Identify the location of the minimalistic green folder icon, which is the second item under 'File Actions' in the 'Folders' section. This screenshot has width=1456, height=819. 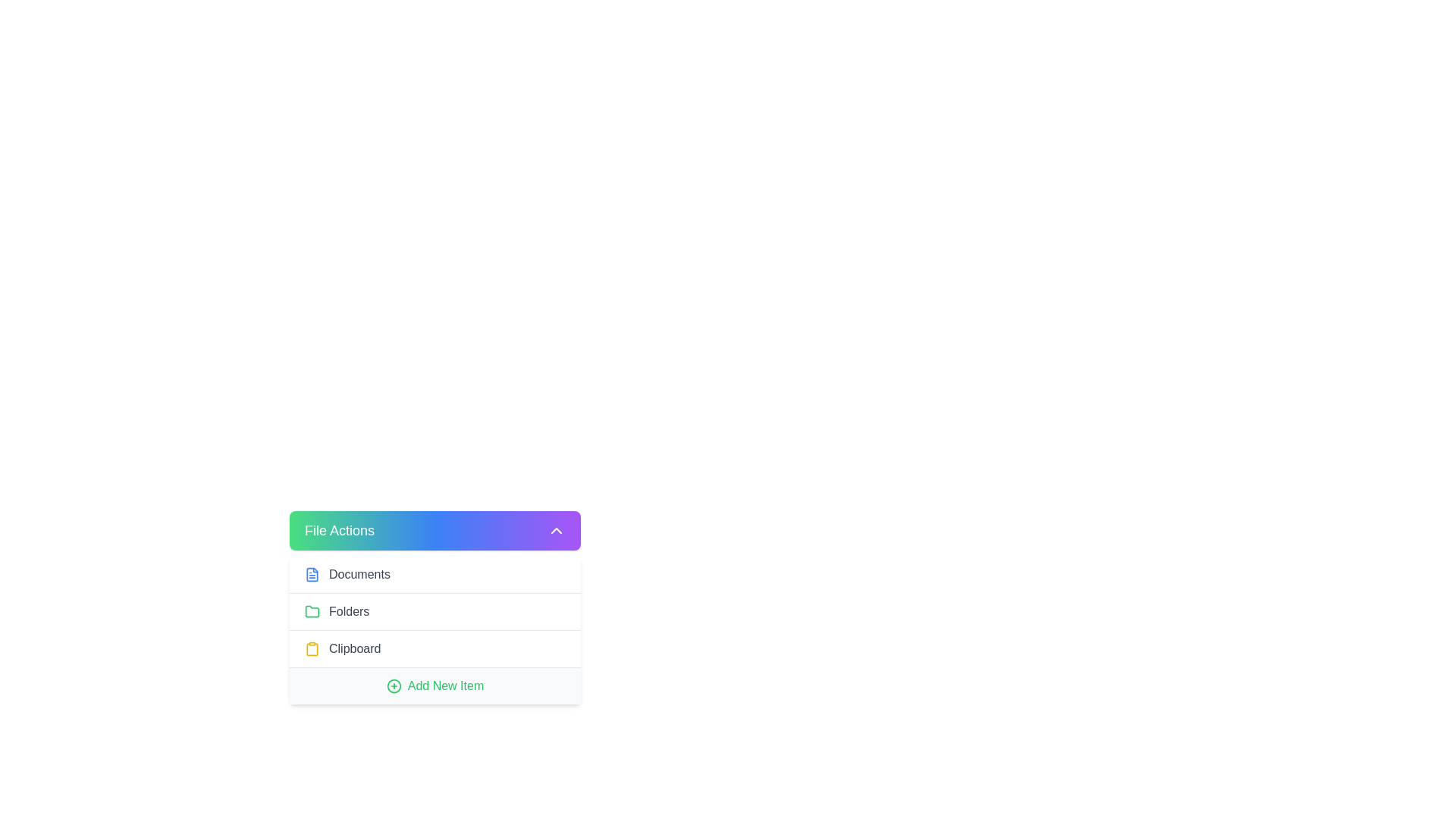
(312, 610).